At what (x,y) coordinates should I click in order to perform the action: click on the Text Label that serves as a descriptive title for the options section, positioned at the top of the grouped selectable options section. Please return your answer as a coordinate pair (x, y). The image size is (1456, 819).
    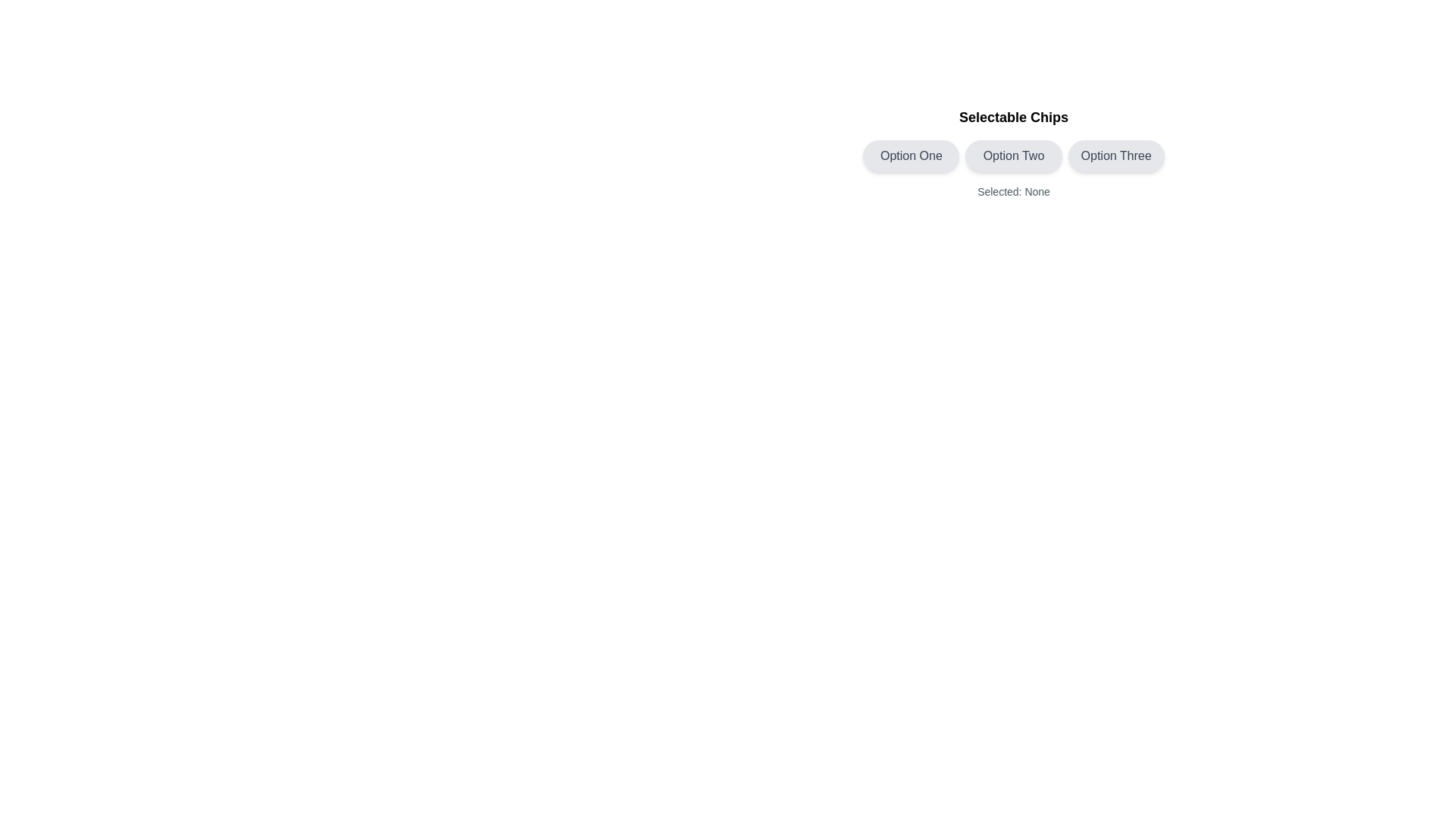
    Looking at the image, I should click on (1014, 116).